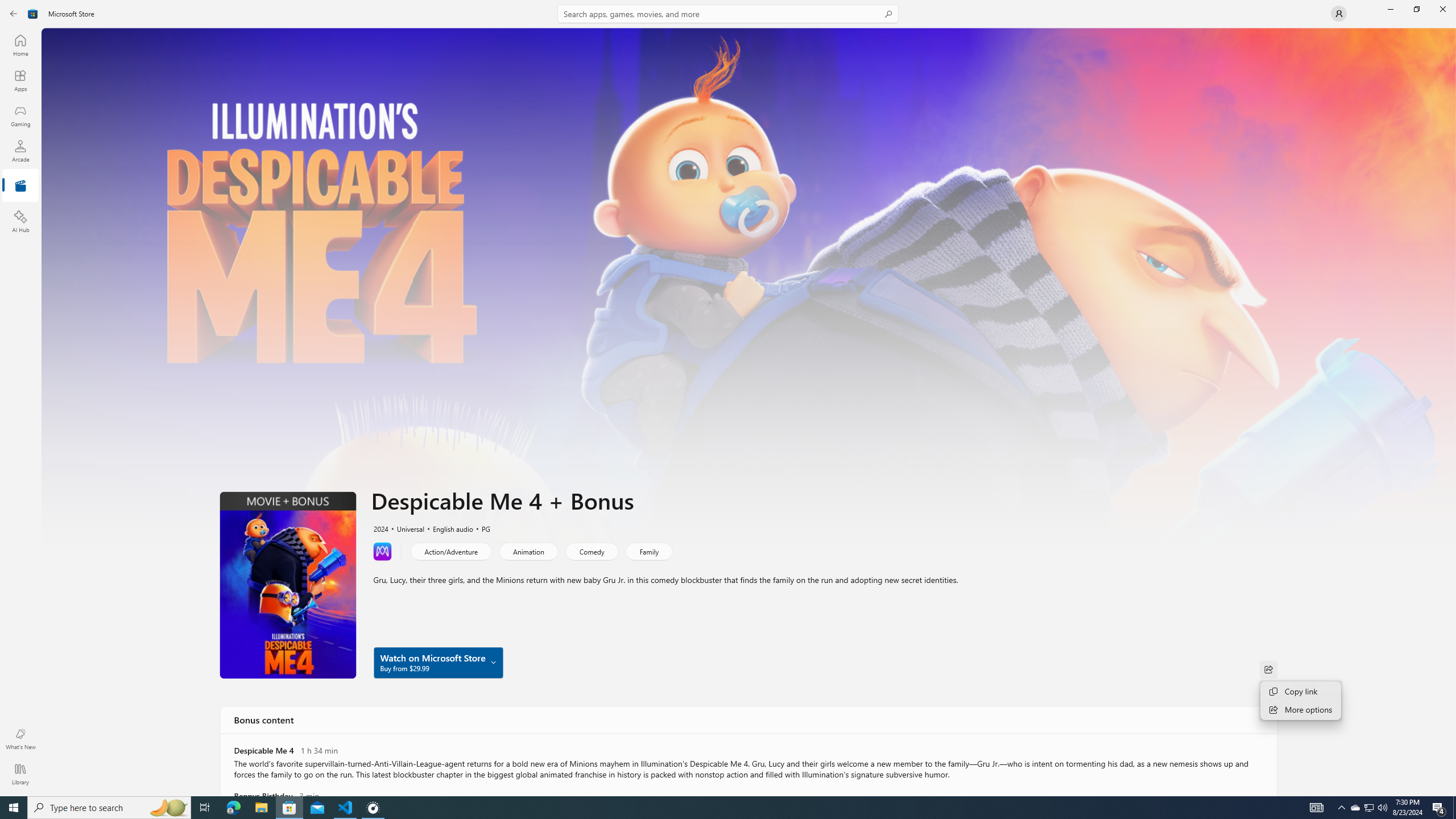  What do you see at coordinates (591, 551) in the screenshot?
I see `'Comedy'` at bounding box center [591, 551].